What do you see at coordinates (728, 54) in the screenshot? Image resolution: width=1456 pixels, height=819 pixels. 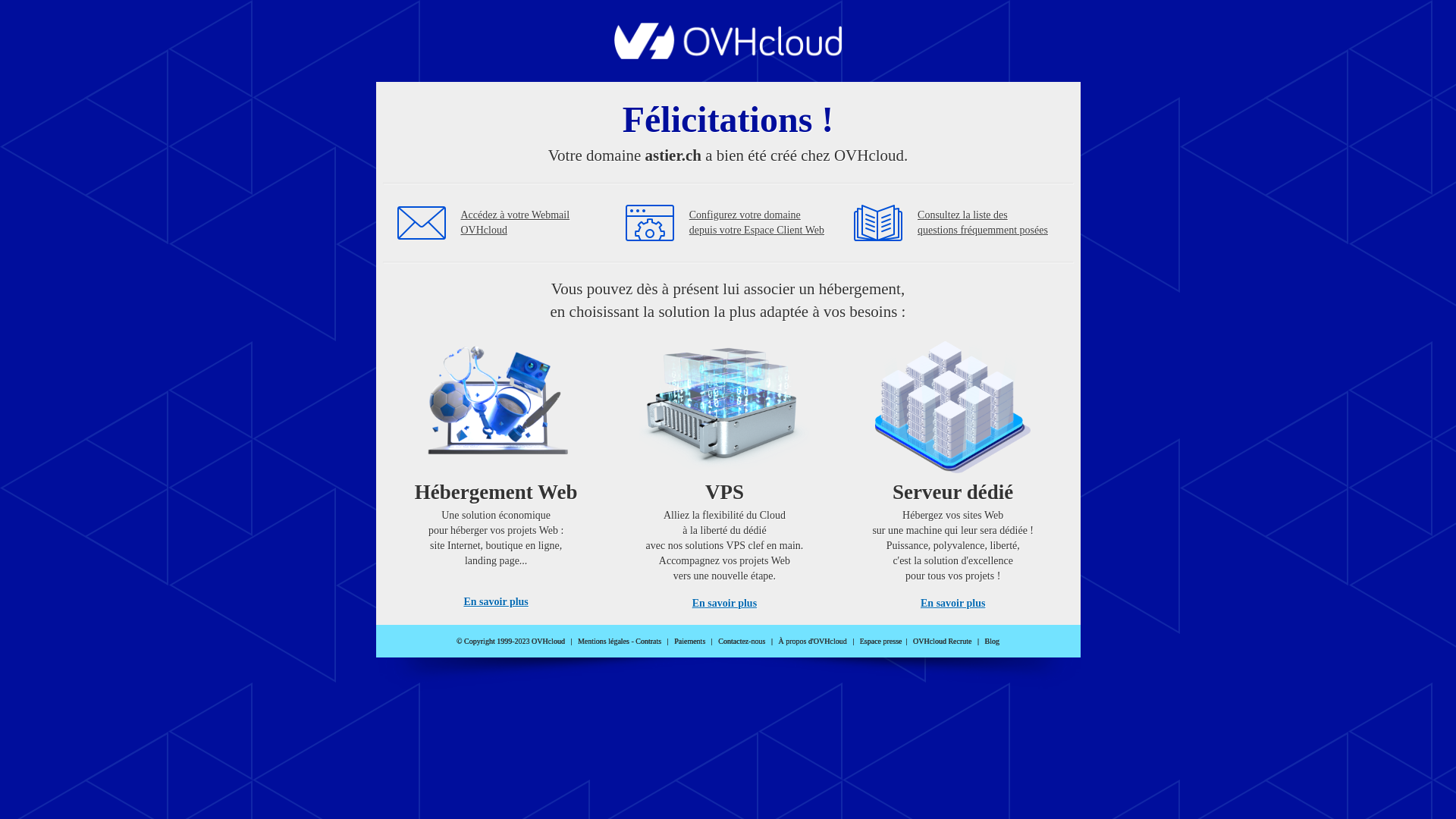 I see `'OVHcloud'` at bounding box center [728, 54].